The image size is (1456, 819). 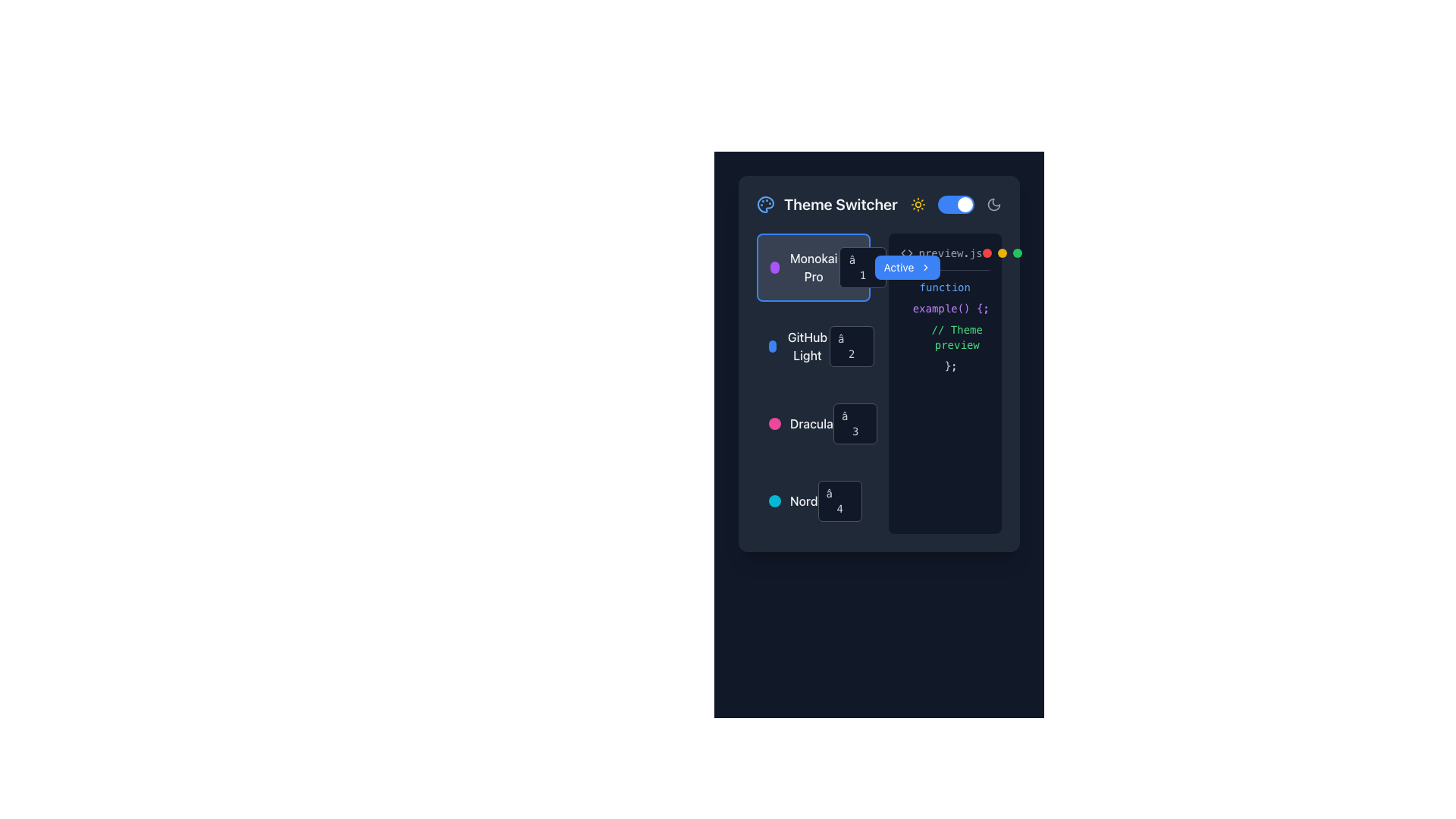 What do you see at coordinates (775, 500) in the screenshot?
I see `the color of the small cyan circular icon located on the left side of the theme options list, adjacent to the 'Nord' text` at bounding box center [775, 500].